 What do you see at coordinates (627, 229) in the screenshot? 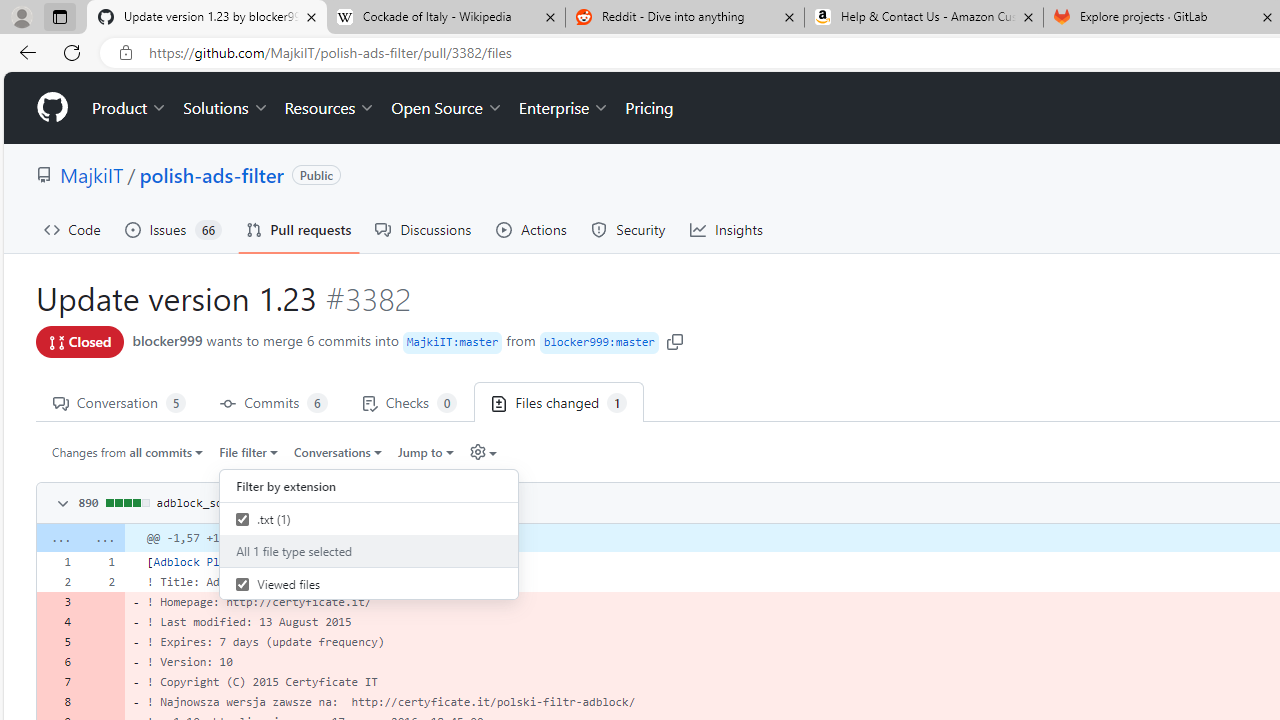
I see `'Security'` at bounding box center [627, 229].